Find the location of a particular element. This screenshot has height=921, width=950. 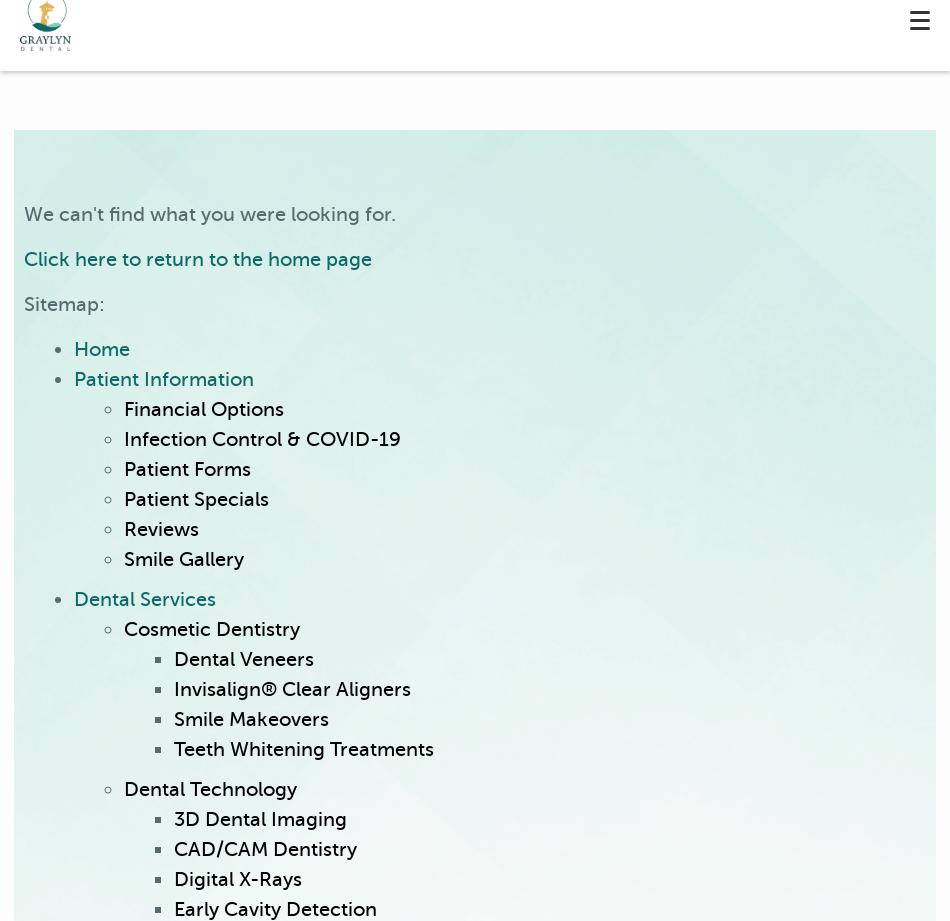

'Back' is located at coordinates (261, 163).